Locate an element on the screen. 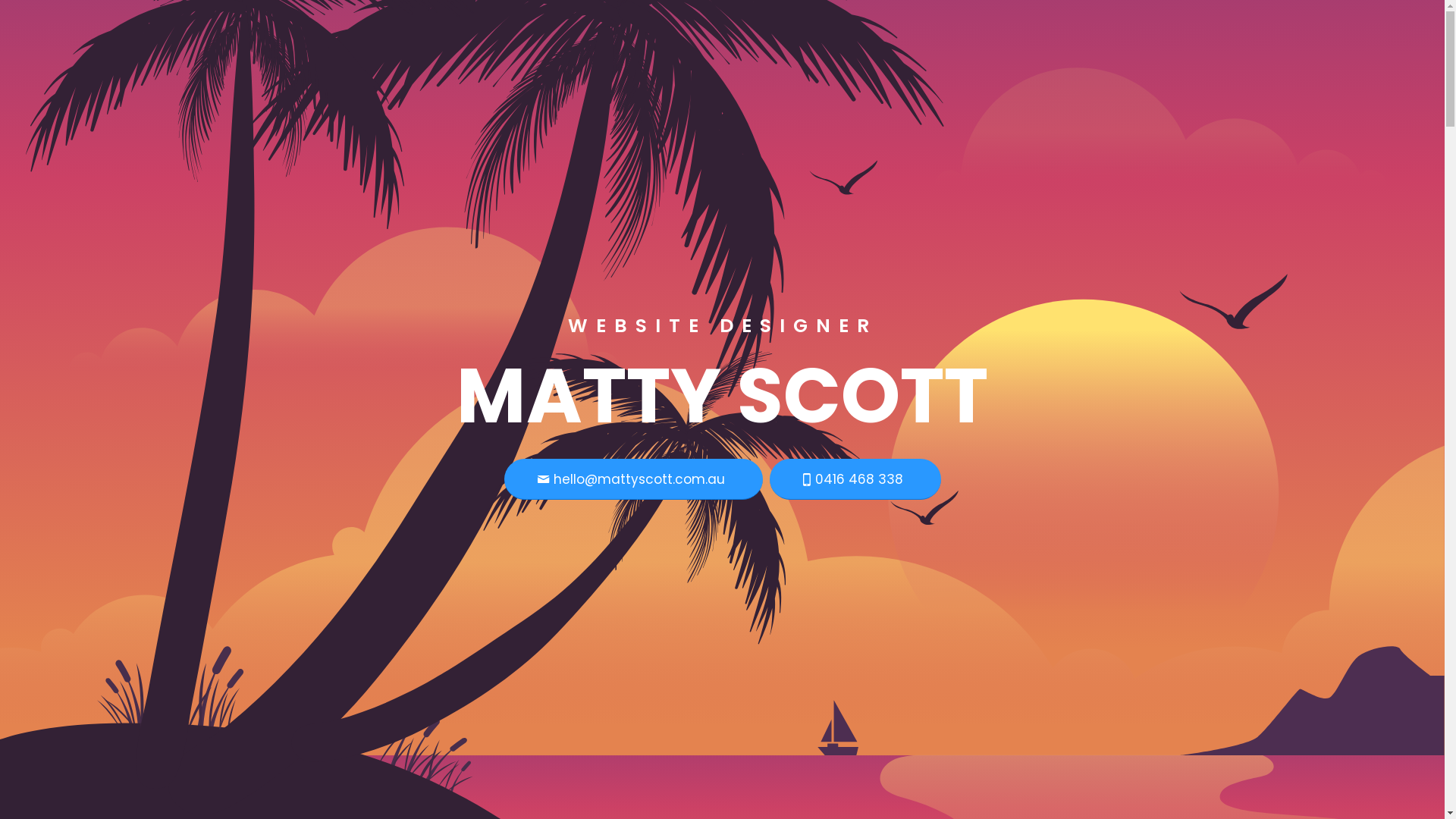 This screenshot has width=1456, height=819. 'hello@mattyscott.com.au' is located at coordinates (632, 479).